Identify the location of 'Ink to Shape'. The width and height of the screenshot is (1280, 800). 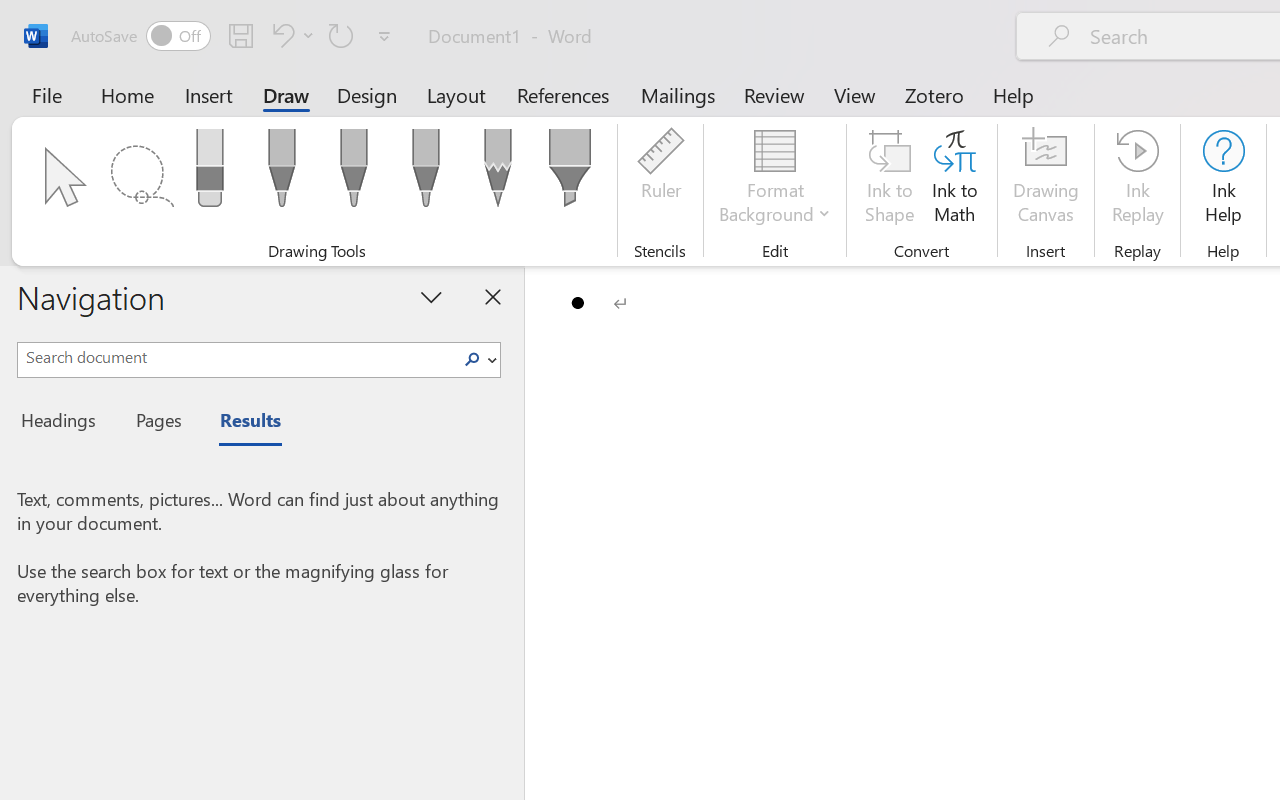
(889, 179).